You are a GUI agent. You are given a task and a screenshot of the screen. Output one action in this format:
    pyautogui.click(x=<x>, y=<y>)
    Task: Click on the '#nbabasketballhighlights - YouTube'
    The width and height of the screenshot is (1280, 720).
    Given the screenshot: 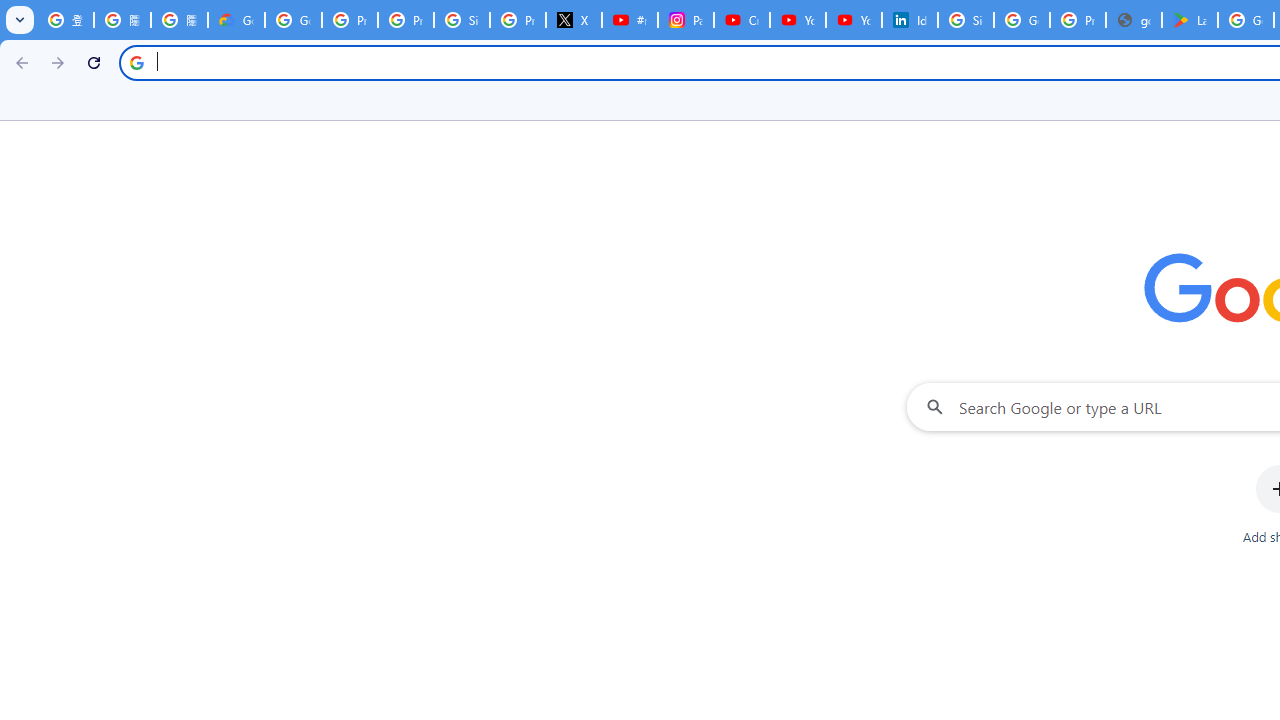 What is the action you would take?
    pyautogui.click(x=628, y=20)
    